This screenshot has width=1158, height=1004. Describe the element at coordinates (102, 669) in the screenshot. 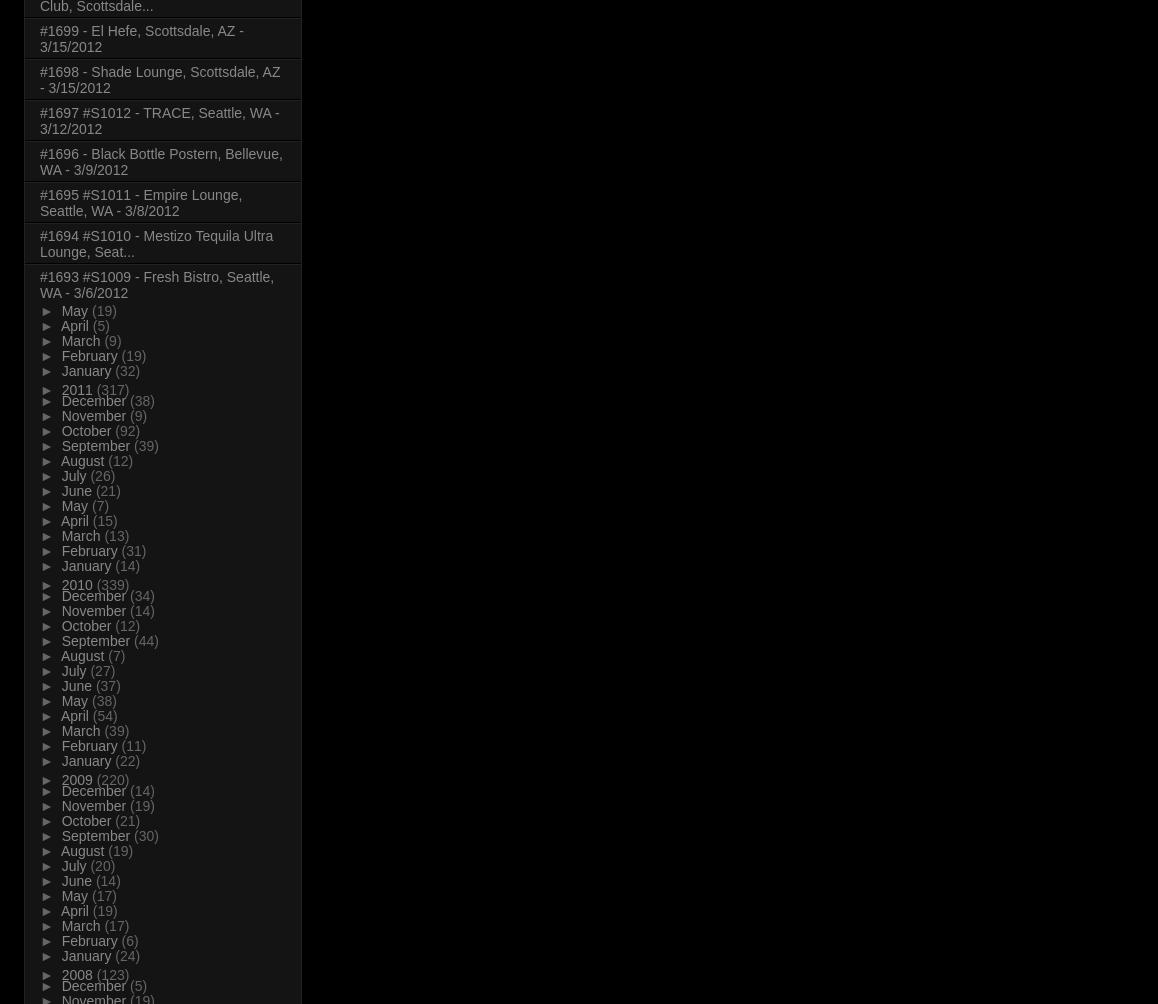

I see `'(27)'` at that location.